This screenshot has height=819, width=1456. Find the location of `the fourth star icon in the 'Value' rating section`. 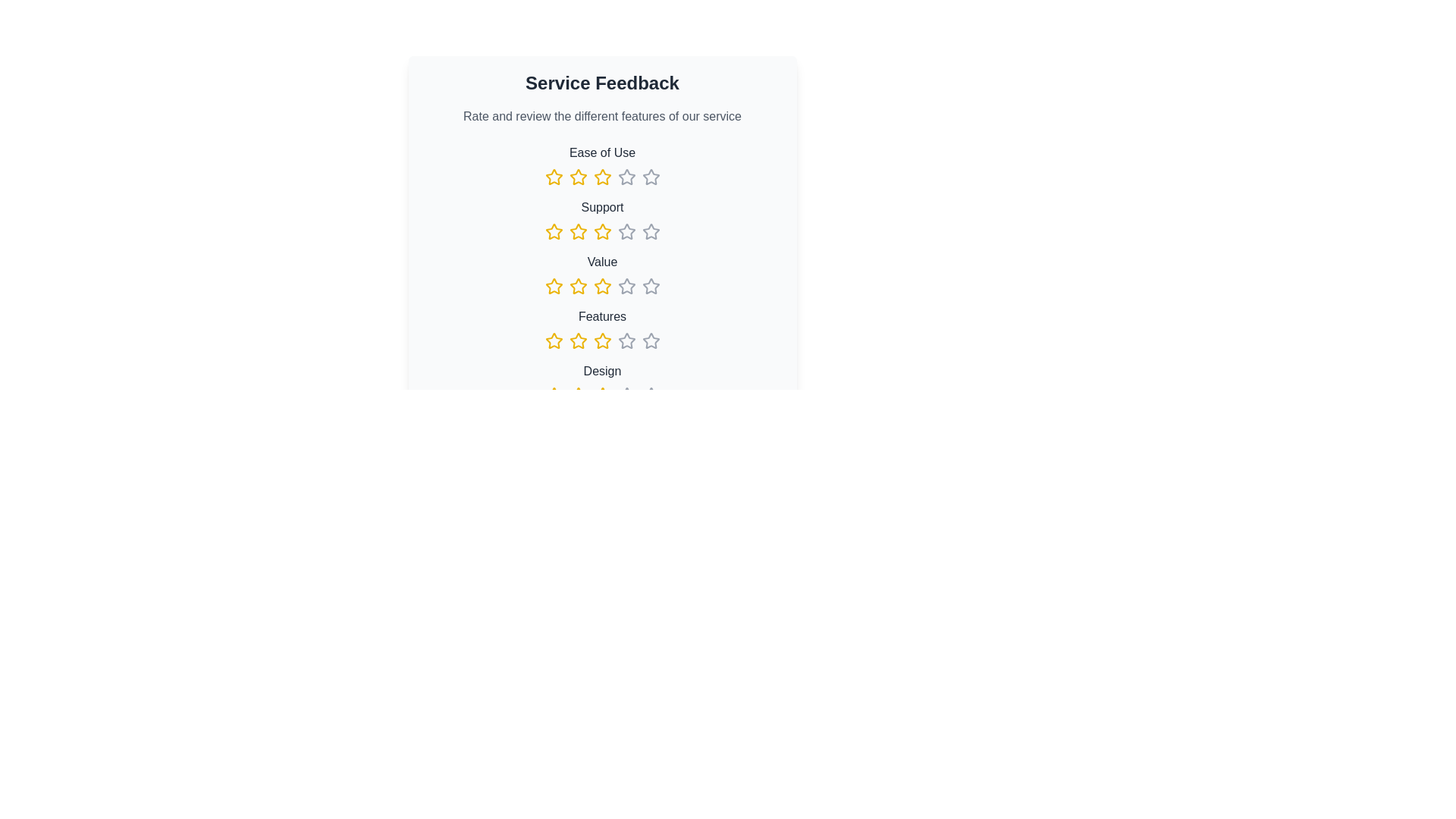

the fourth star icon in the 'Value' rating section is located at coordinates (626, 287).